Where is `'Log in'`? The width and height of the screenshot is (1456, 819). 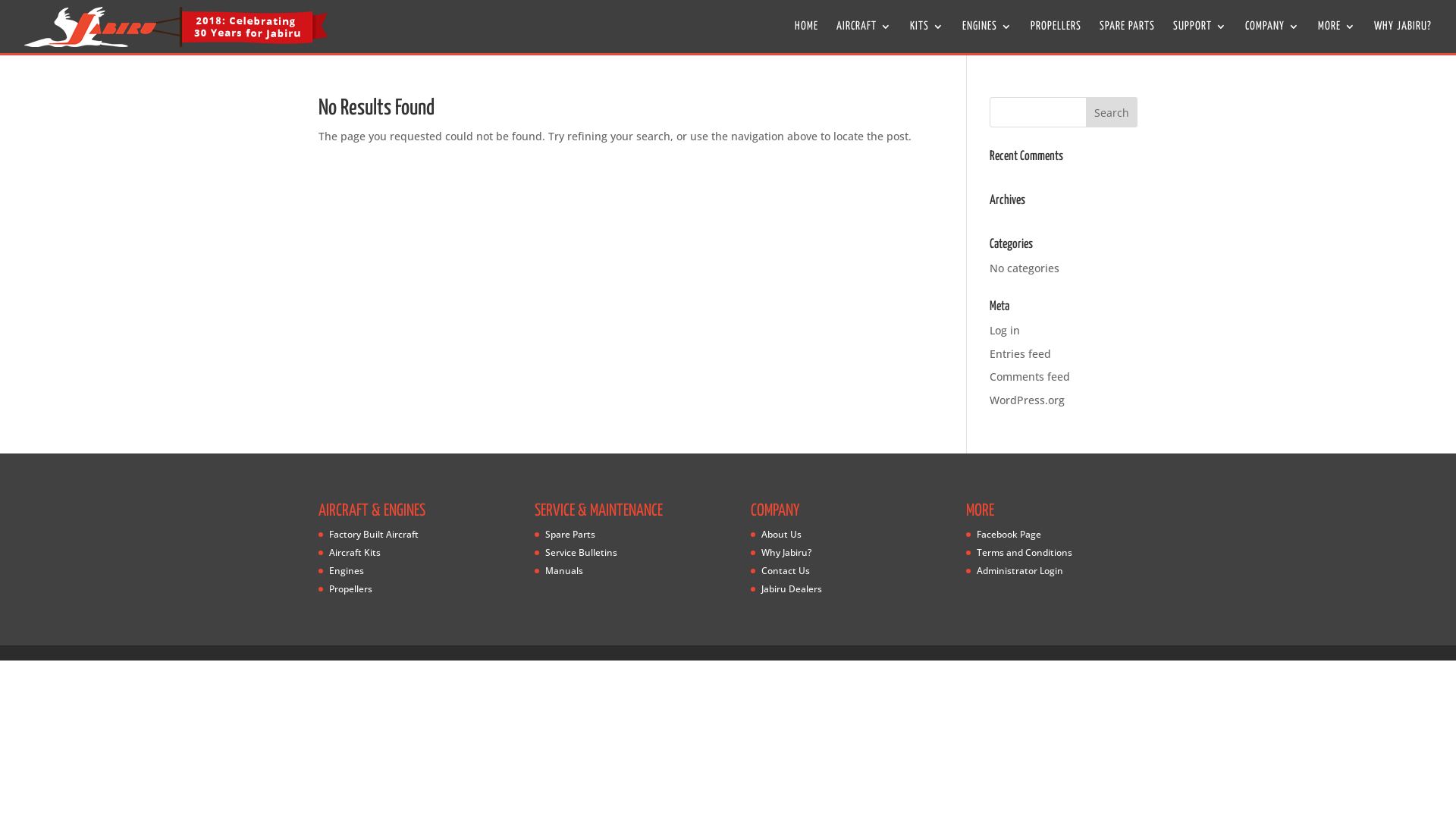 'Log in' is located at coordinates (1004, 329).